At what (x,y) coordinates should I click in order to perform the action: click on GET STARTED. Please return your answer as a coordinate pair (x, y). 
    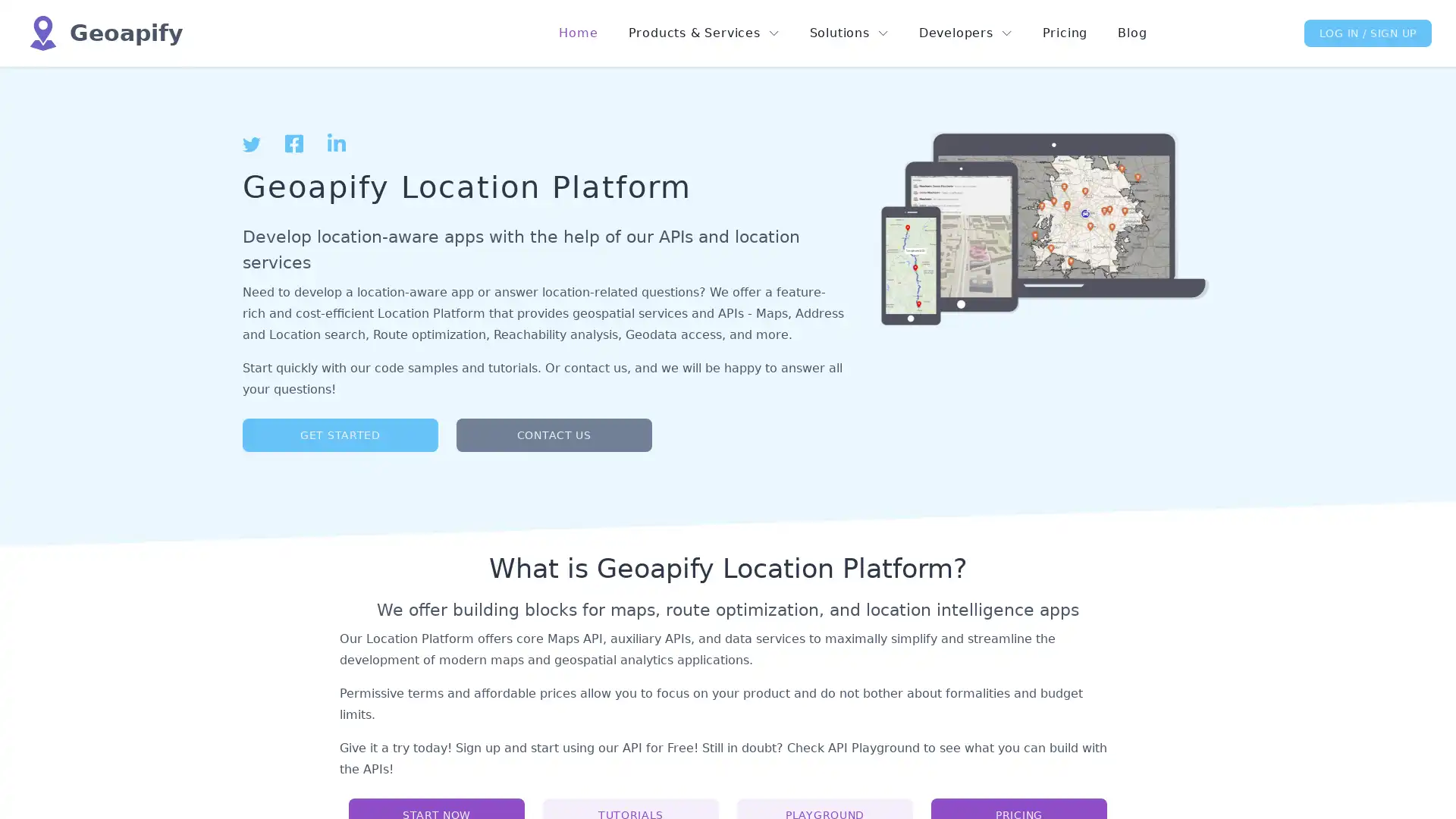
    Looking at the image, I should click on (339, 435).